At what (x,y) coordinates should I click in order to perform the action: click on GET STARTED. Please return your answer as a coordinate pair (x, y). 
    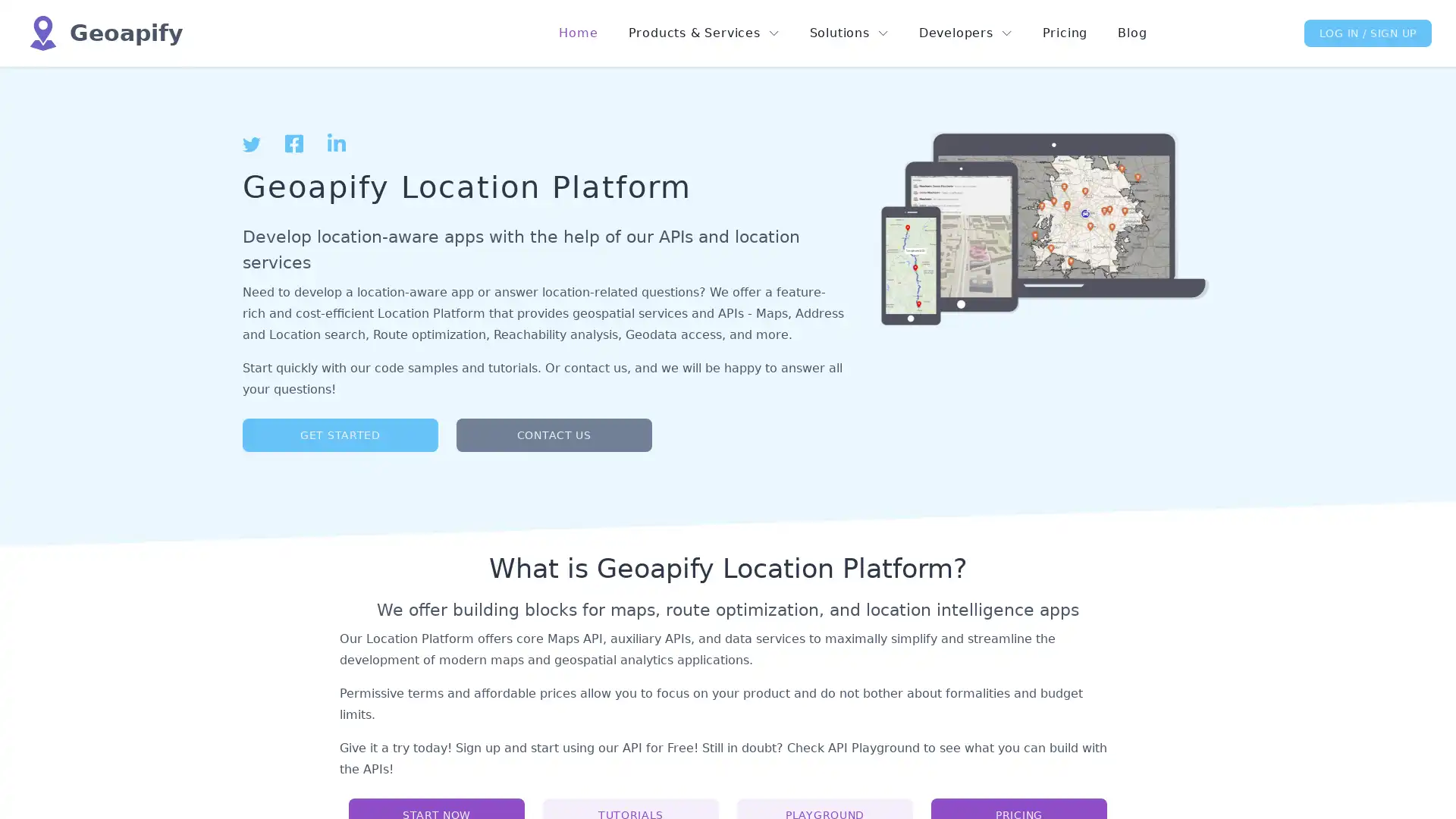
    Looking at the image, I should click on (339, 435).